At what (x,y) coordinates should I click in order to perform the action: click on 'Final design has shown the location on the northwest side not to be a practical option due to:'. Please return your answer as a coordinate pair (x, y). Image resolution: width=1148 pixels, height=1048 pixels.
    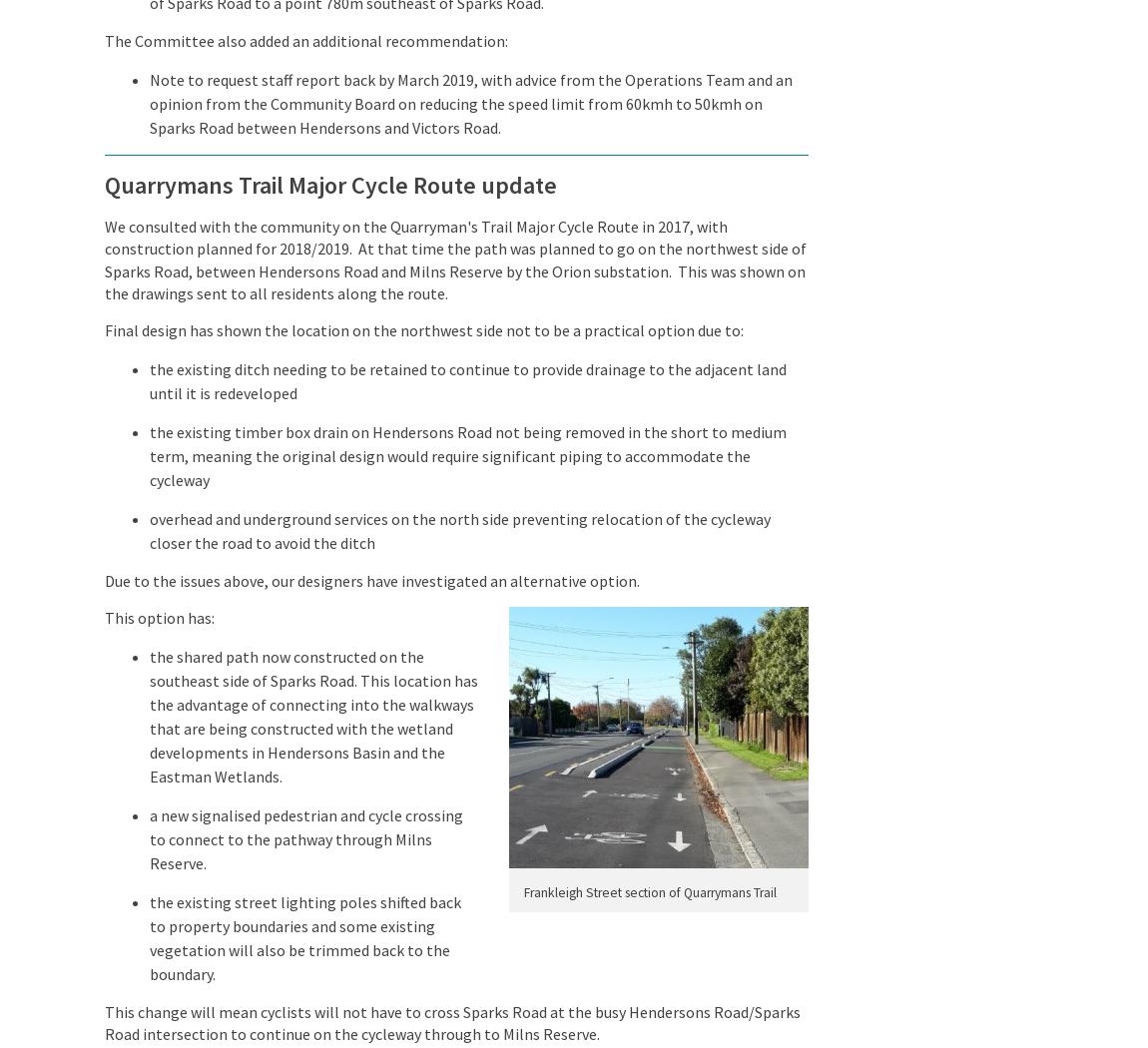
    Looking at the image, I should click on (424, 329).